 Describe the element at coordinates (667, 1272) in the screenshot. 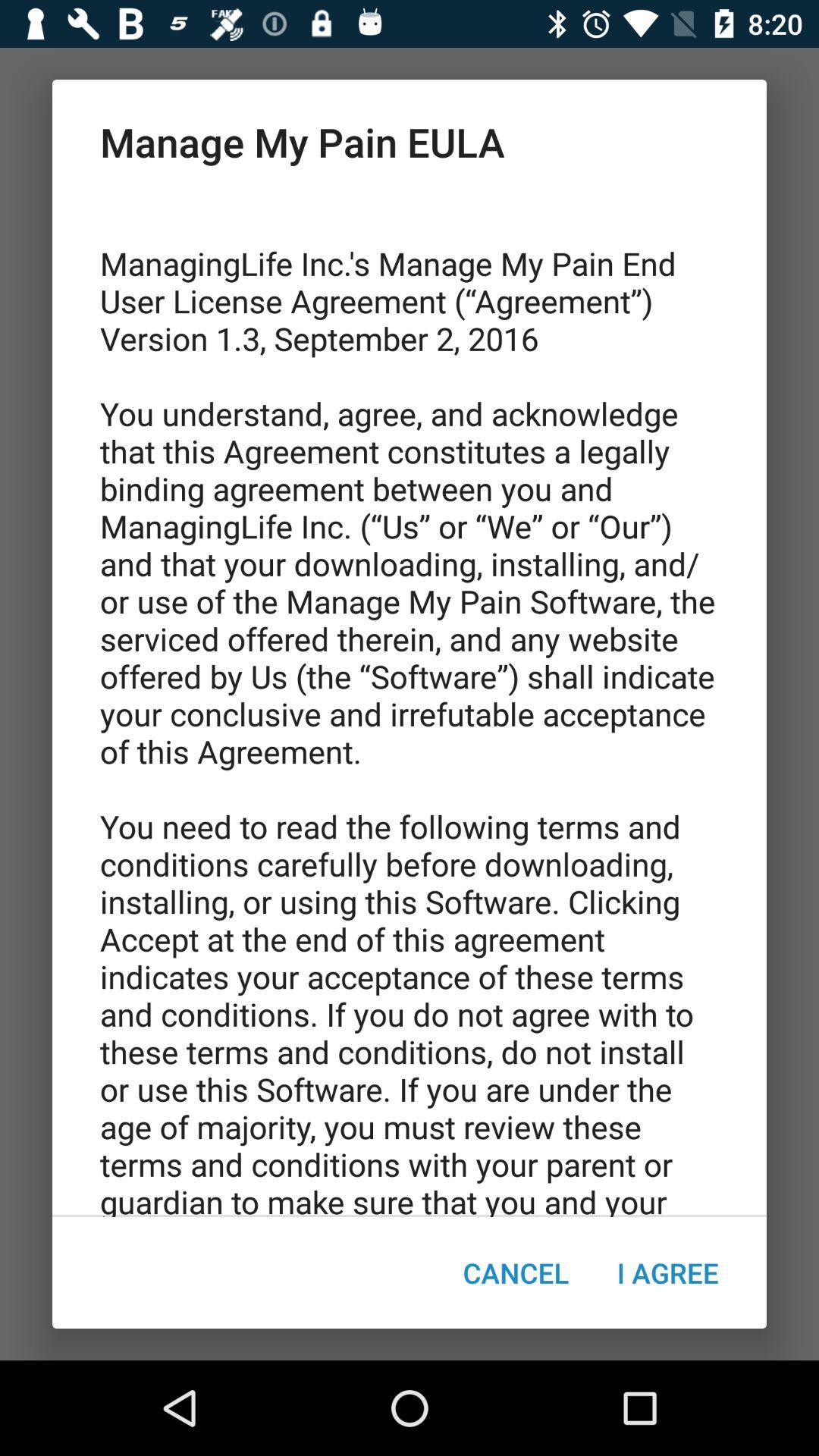

I see `icon below the managinglife inc s icon` at that location.